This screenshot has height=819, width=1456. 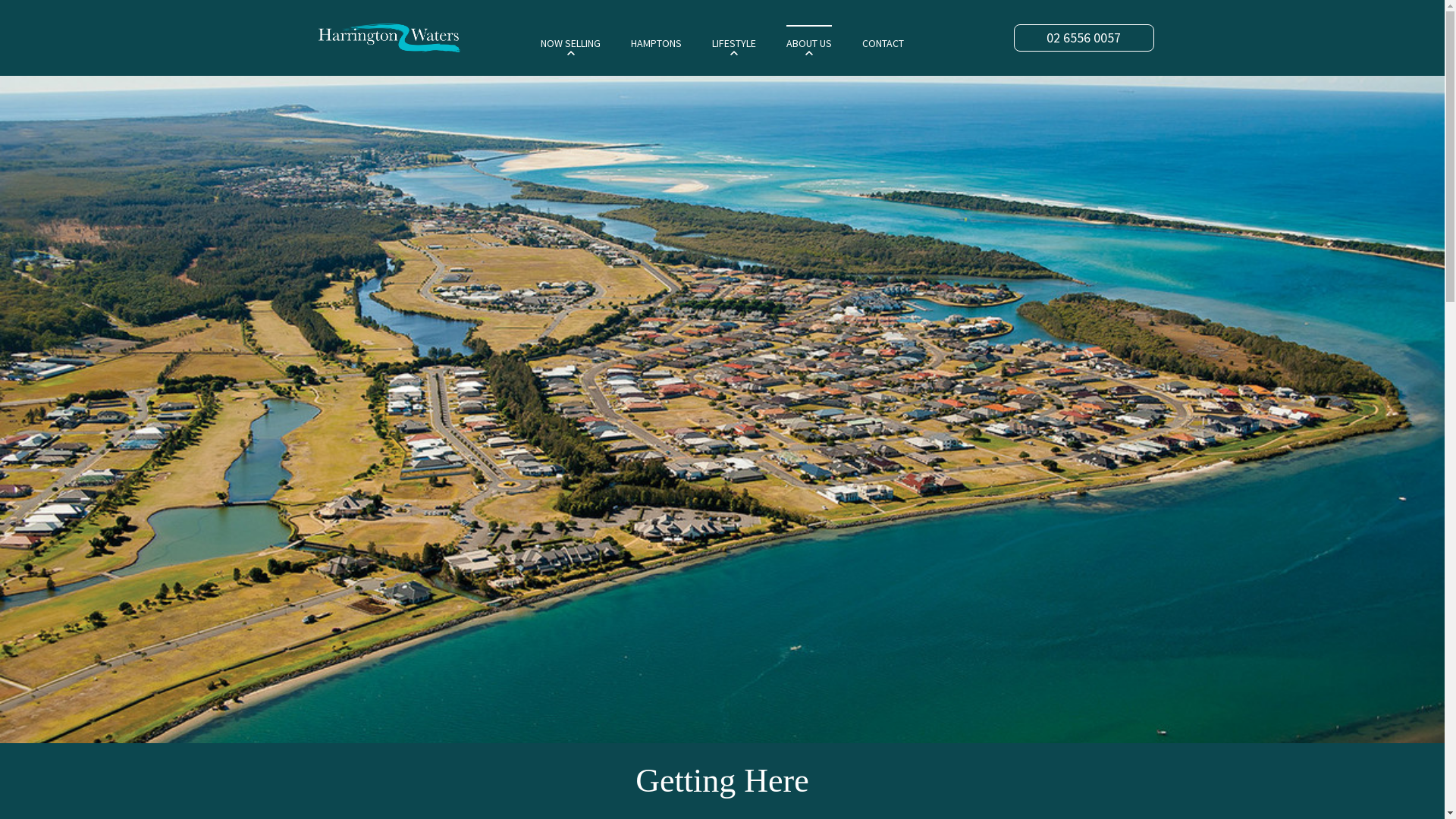 What do you see at coordinates (883, 42) in the screenshot?
I see `'CONTACT'` at bounding box center [883, 42].